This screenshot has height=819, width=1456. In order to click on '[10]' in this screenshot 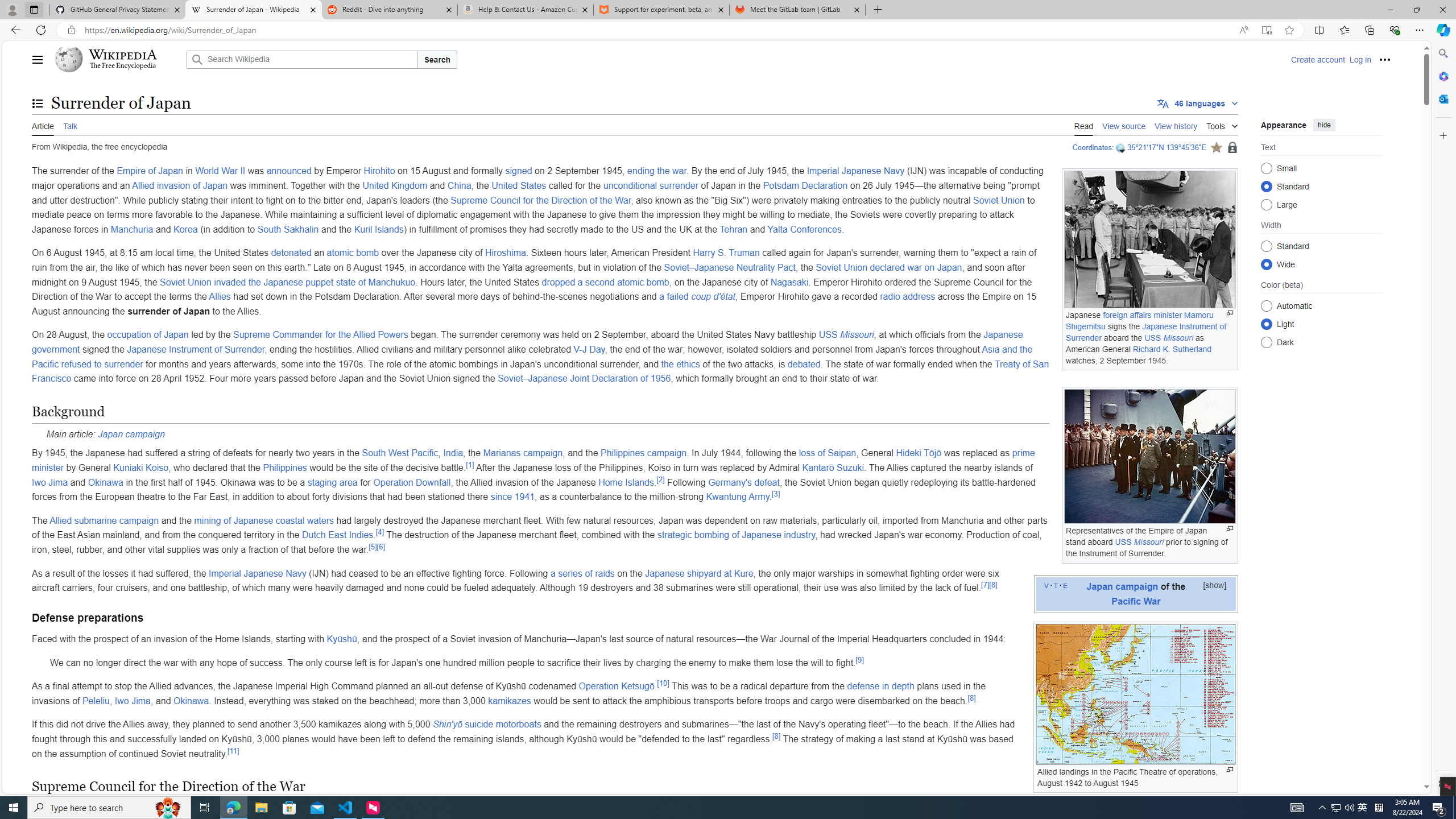, I will do `click(663, 682)`.